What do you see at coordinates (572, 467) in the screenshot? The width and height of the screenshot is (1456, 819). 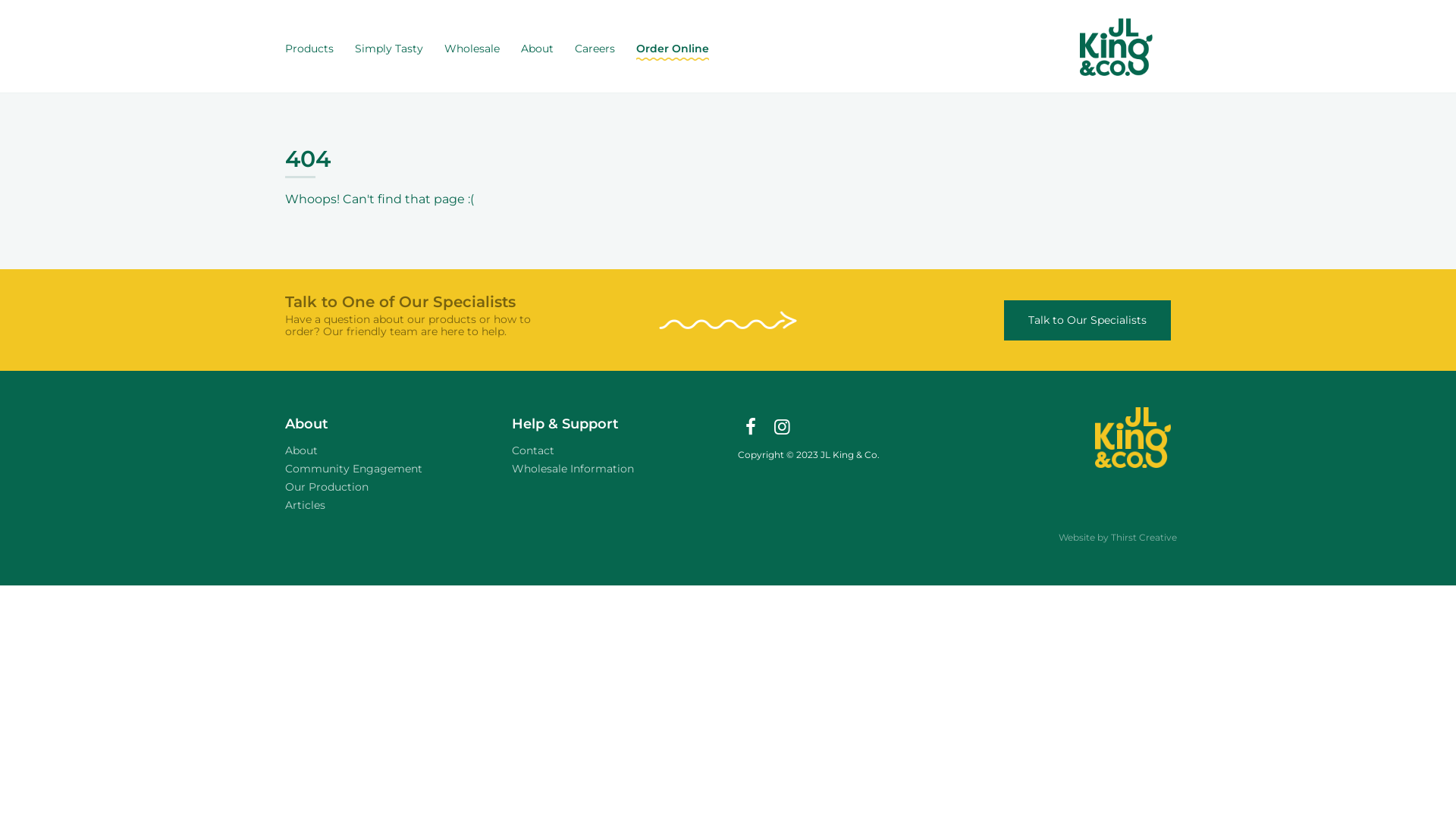 I see `'Wholesale Information'` at bounding box center [572, 467].